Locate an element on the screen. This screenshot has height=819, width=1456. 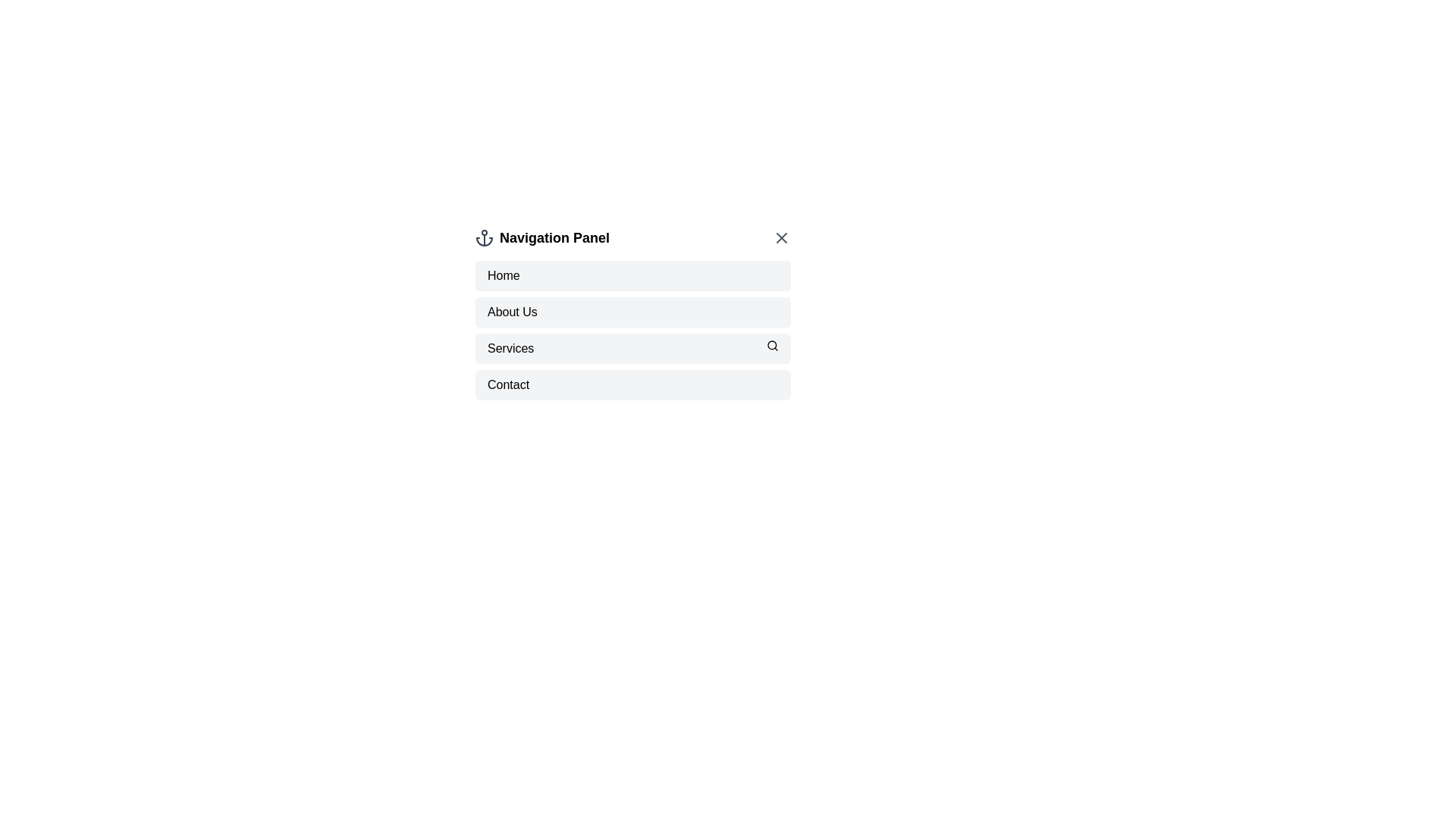
the 'Contact' button, which is the fourth button in a vertical navigation panel is located at coordinates (633, 384).